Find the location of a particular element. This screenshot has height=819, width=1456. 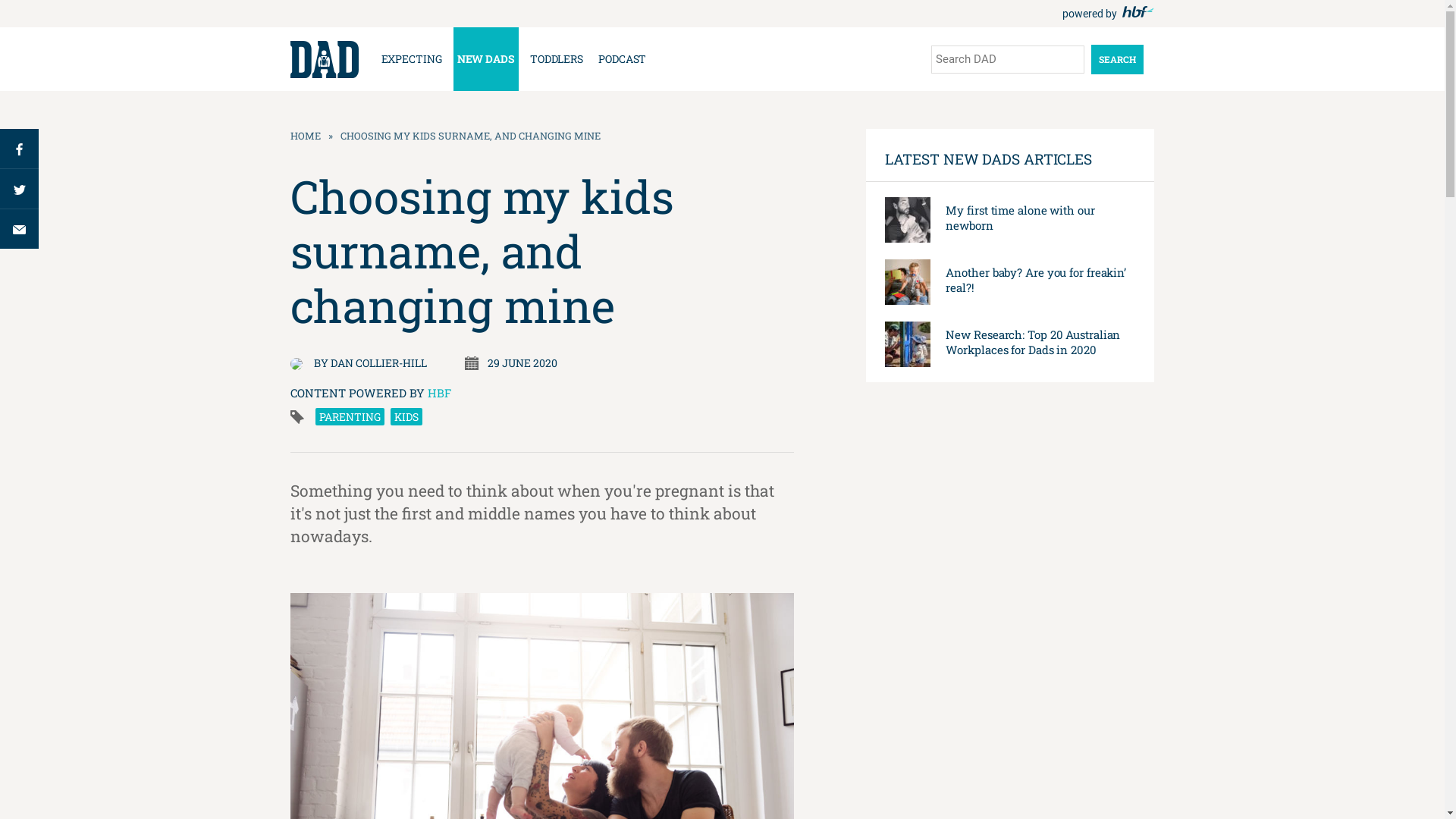

'KIDS' is located at coordinates (405, 416).